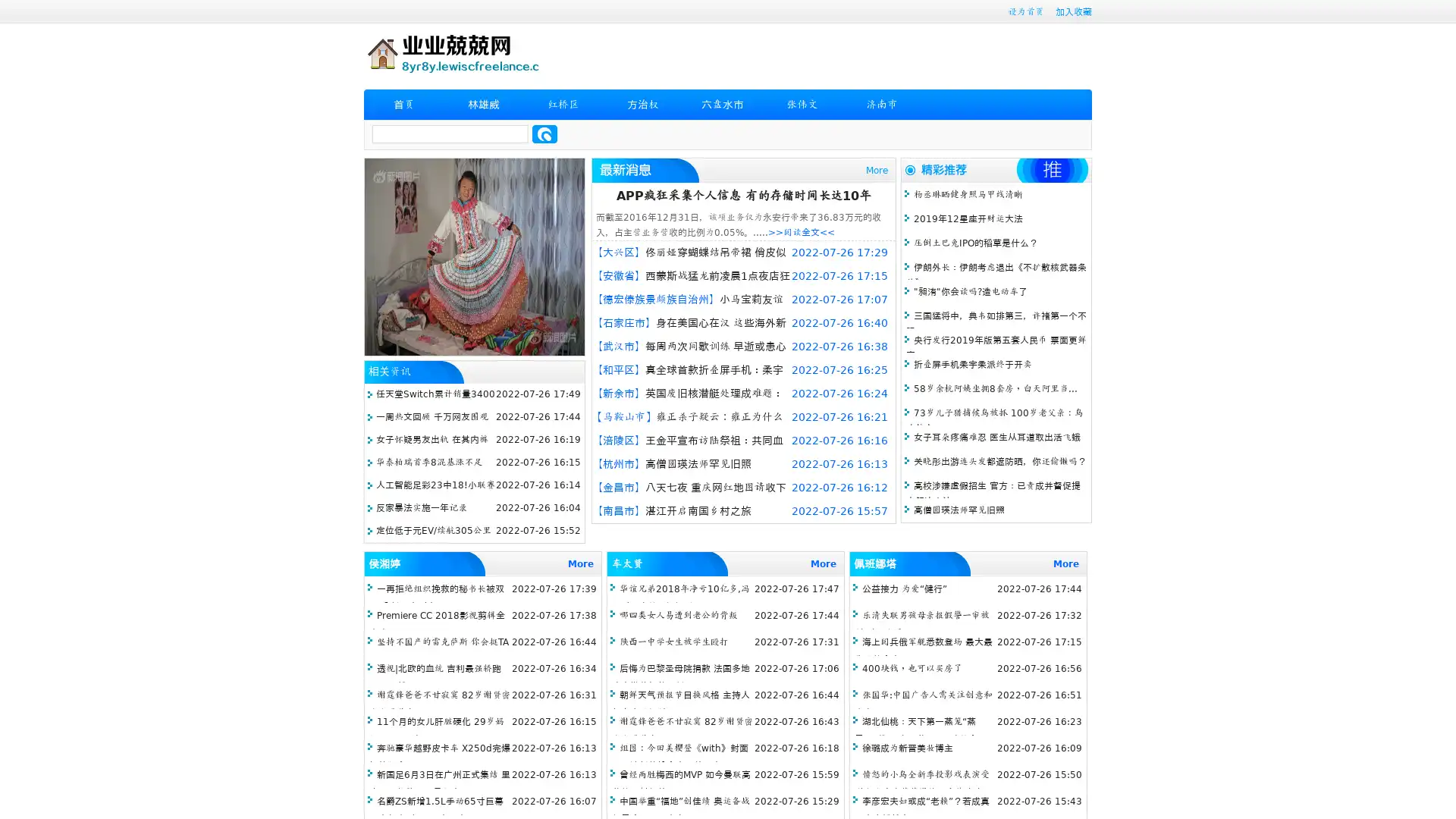 The width and height of the screenshot is (1456, 819). I want to click on Search, so click(544, 133).